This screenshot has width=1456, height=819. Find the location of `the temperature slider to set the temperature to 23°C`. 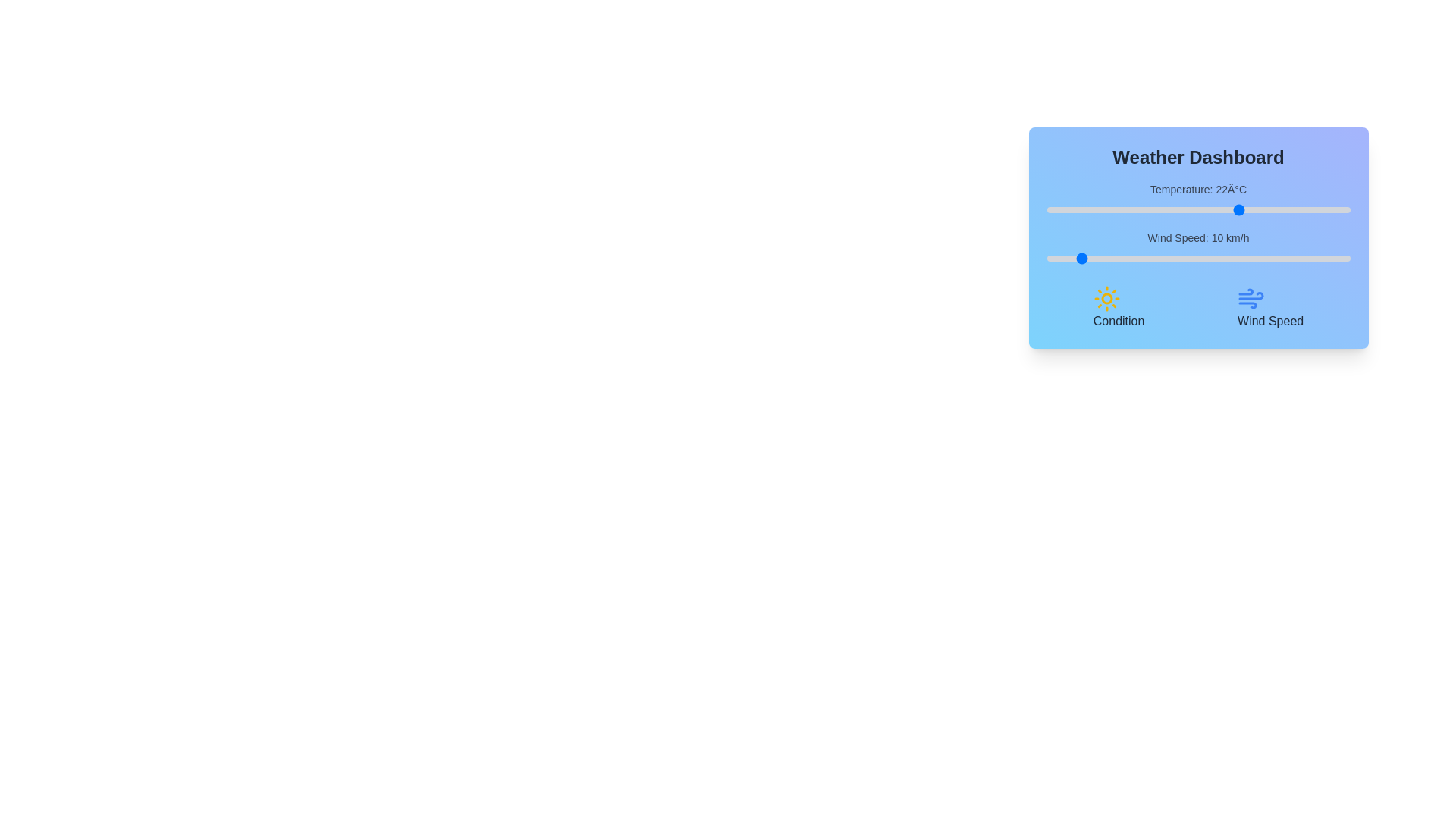

the temperature slider to set the temperature to 23°C is located at coordinates (1247, 210).